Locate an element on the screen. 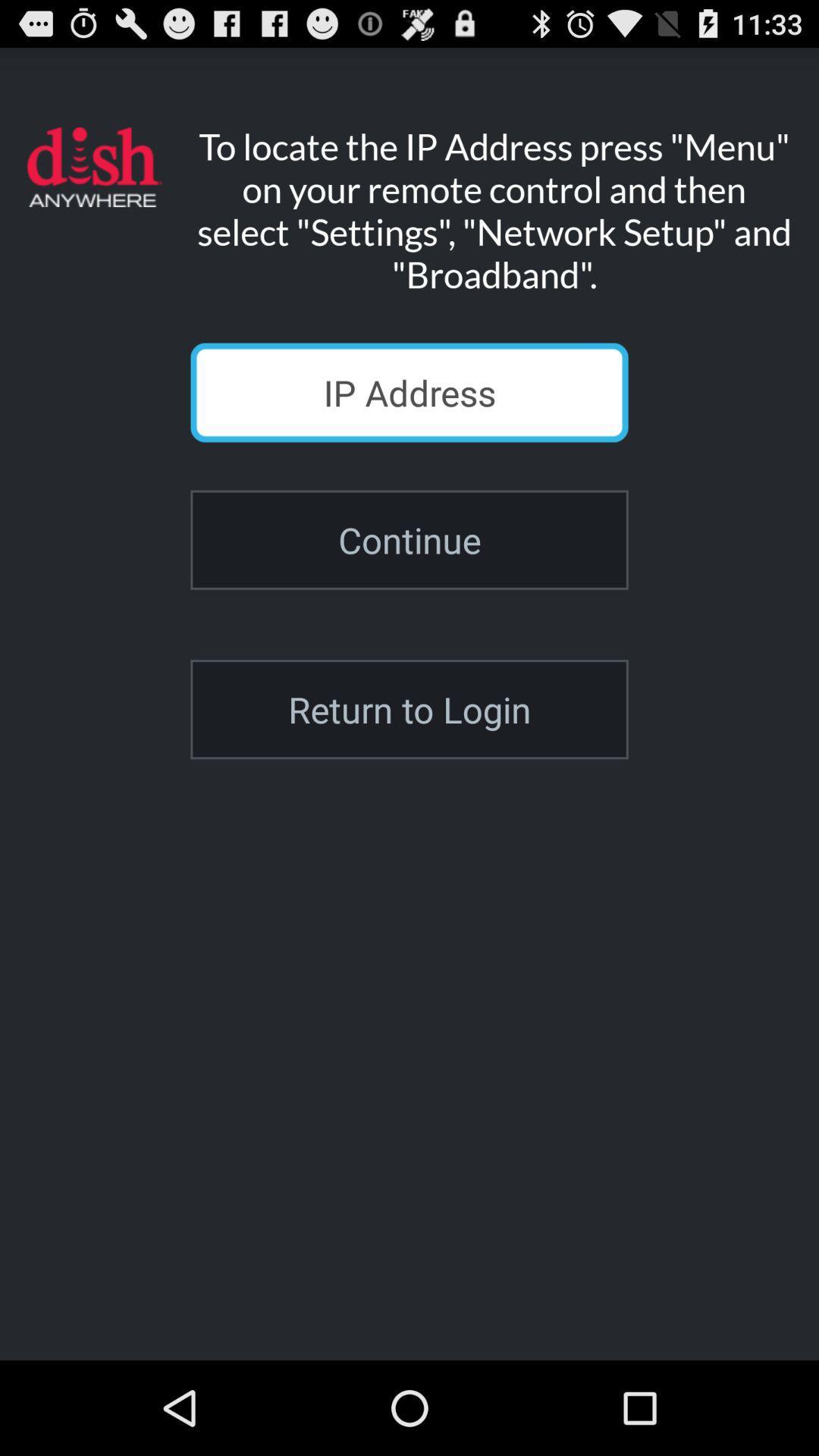 The height and width of the screenshot is (1456, 819). item below to locate the is located at coordinates (409, 392).